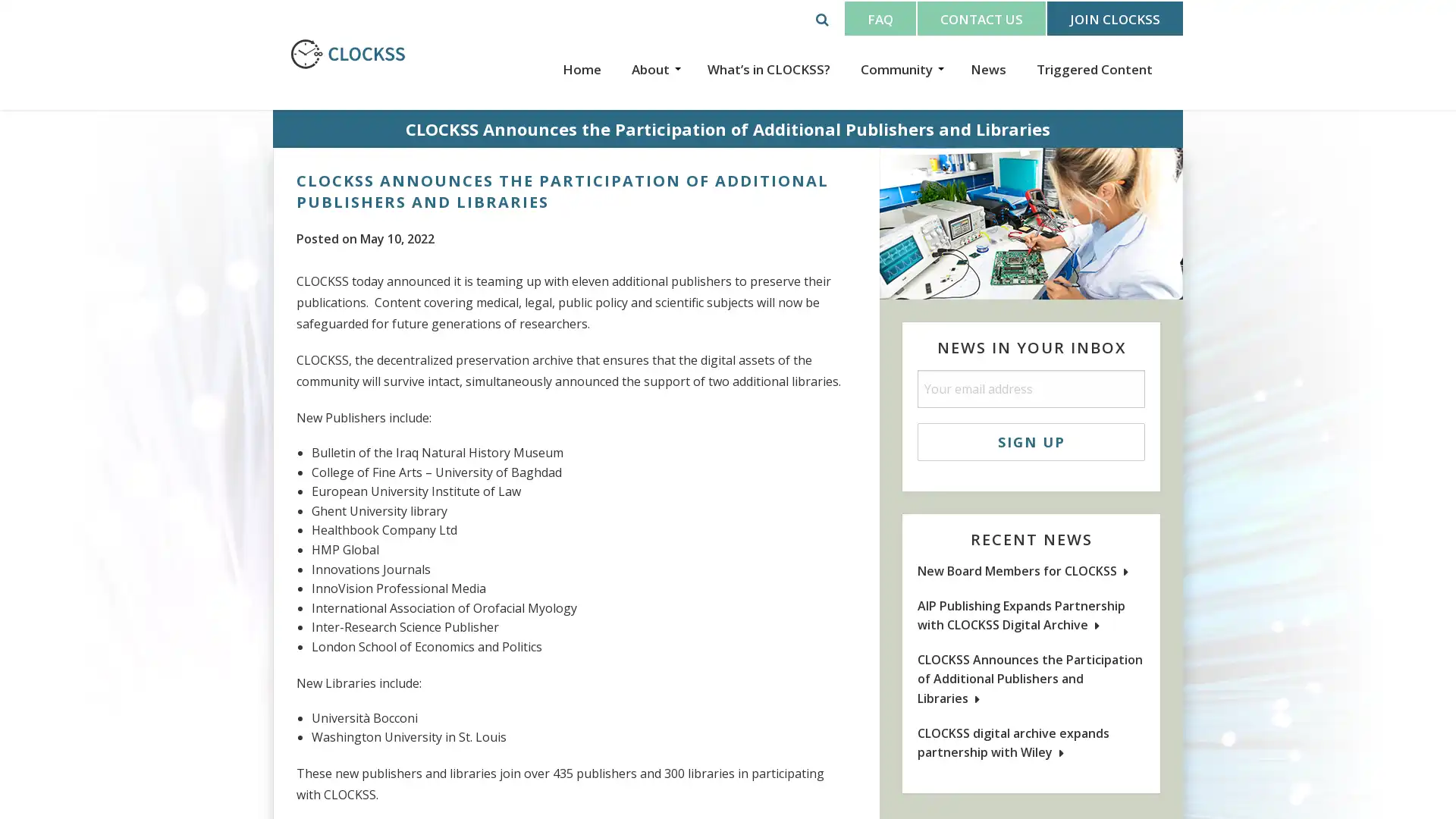  I want to click on Sign up, so click(1031, 441).